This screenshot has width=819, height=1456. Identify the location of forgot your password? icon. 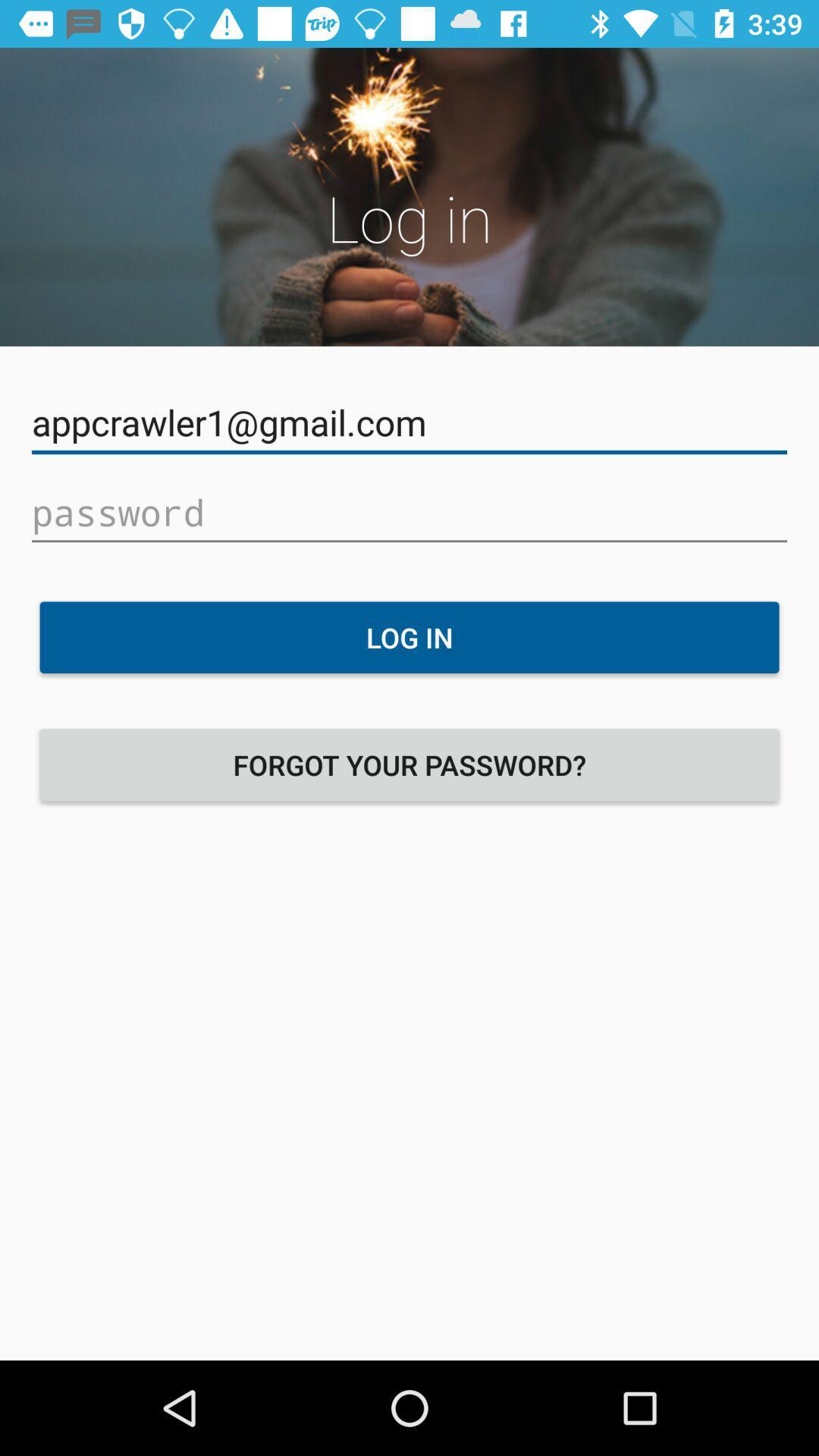
(409, 764).